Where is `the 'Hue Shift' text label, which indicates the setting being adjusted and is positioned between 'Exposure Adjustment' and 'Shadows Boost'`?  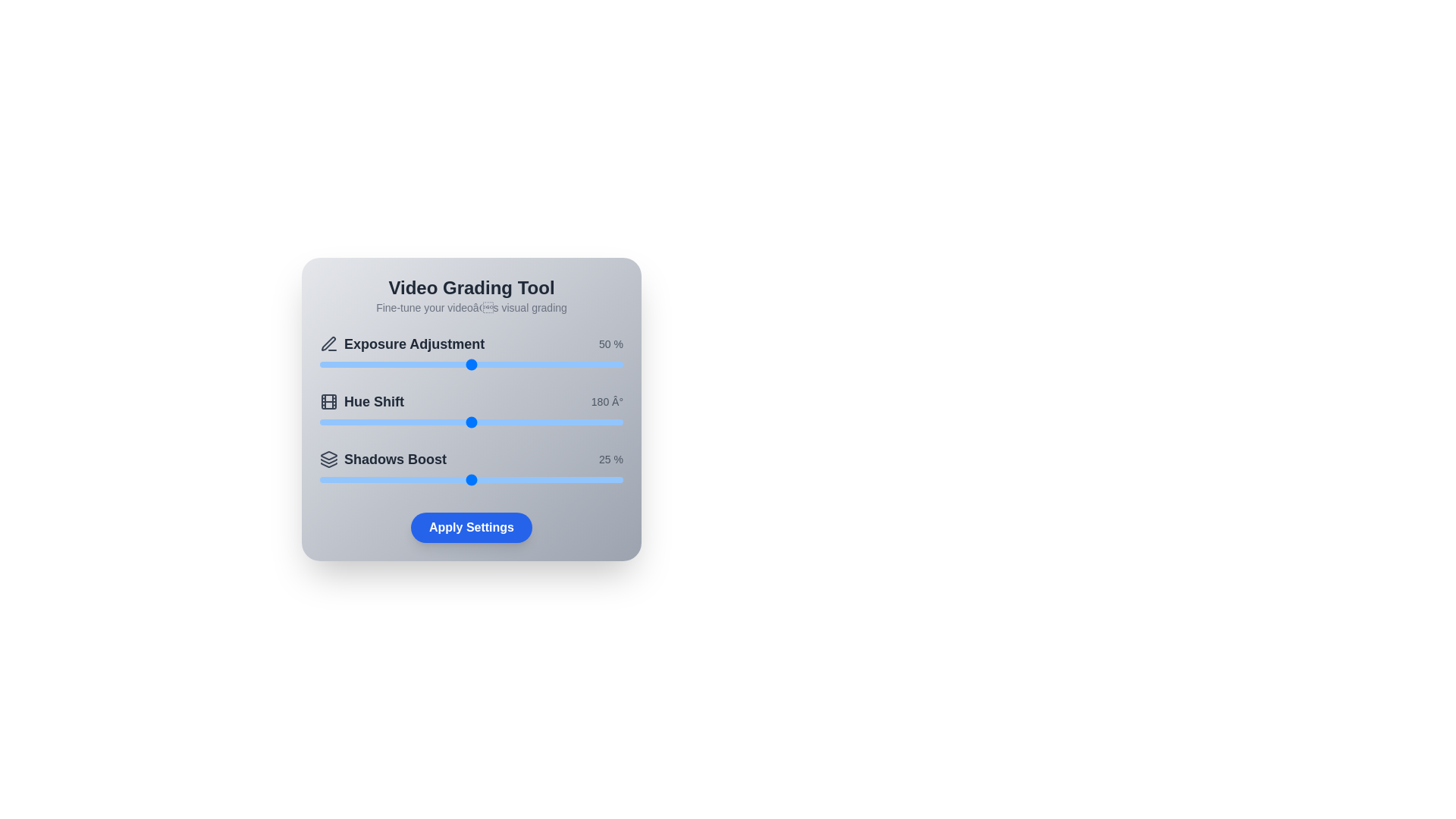
the 'Hue Shift' text label, which indicates the setting being adjusted and is positioned between 'Exposure Adjustment' and 'Shadows Boost' is located at coordinates (361, 400).